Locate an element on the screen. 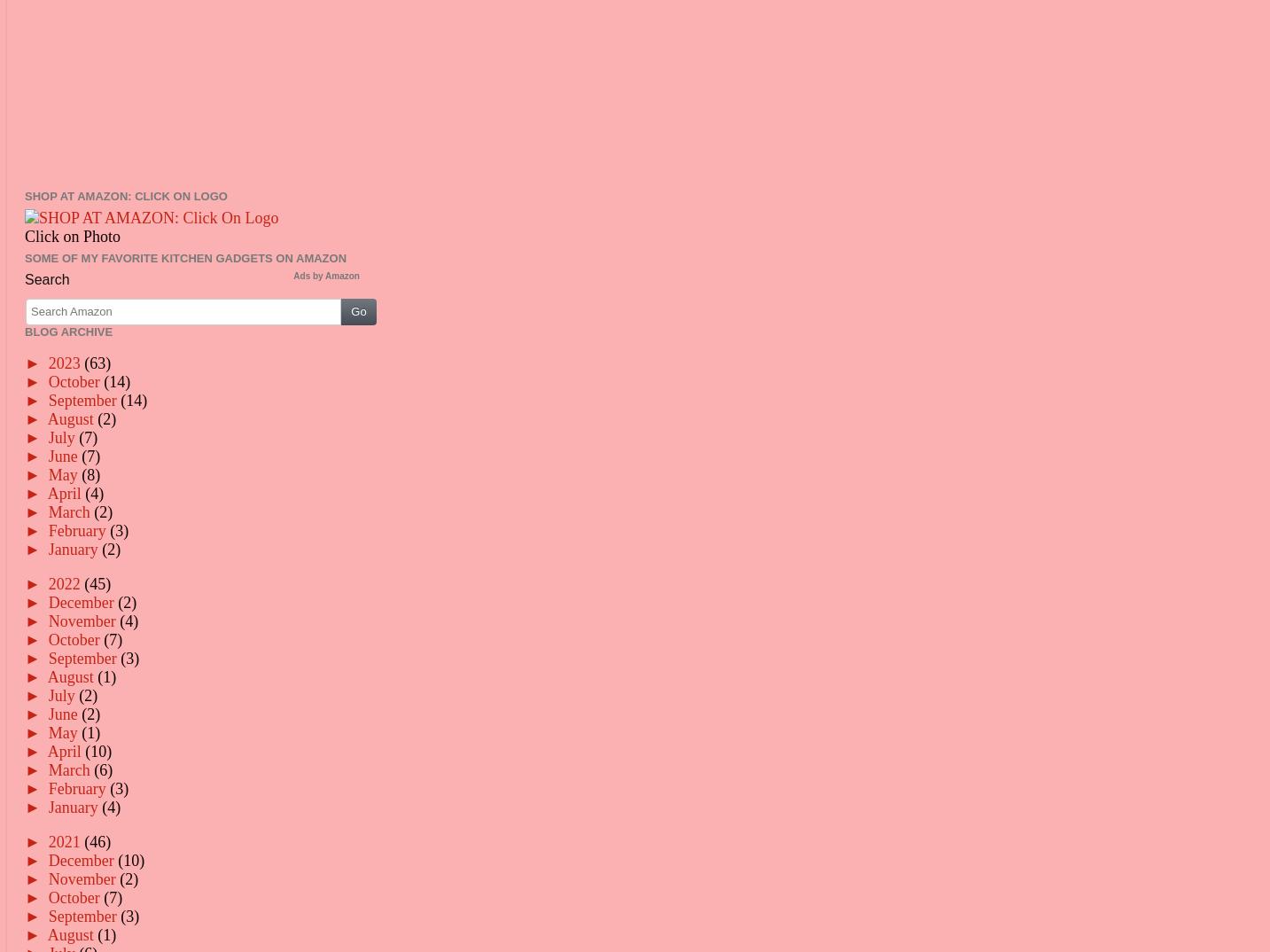  '(45)' is located at coordinates (83, 582).